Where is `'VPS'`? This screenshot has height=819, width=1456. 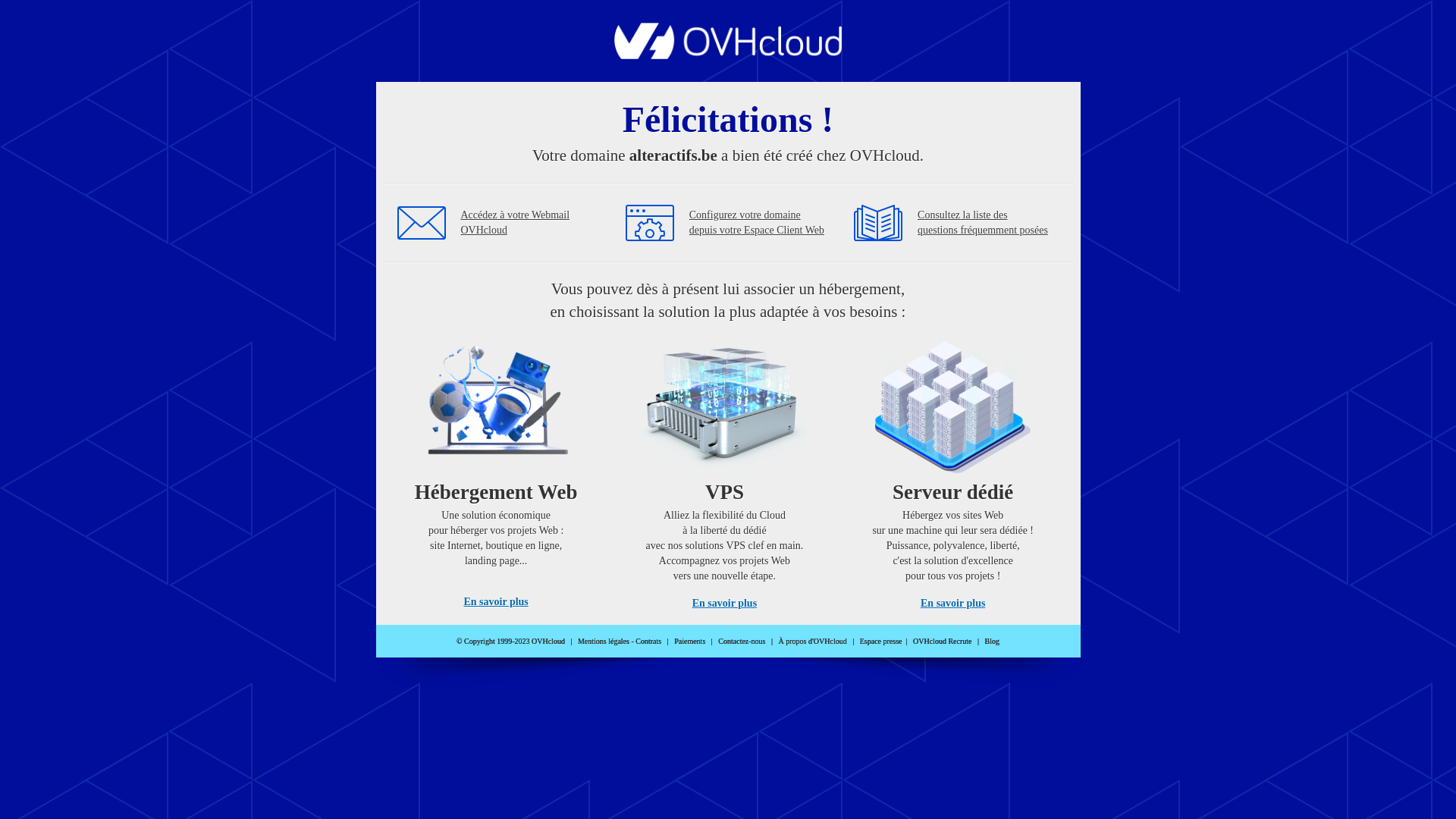
'VPS' is located at coordinates (723, 469).